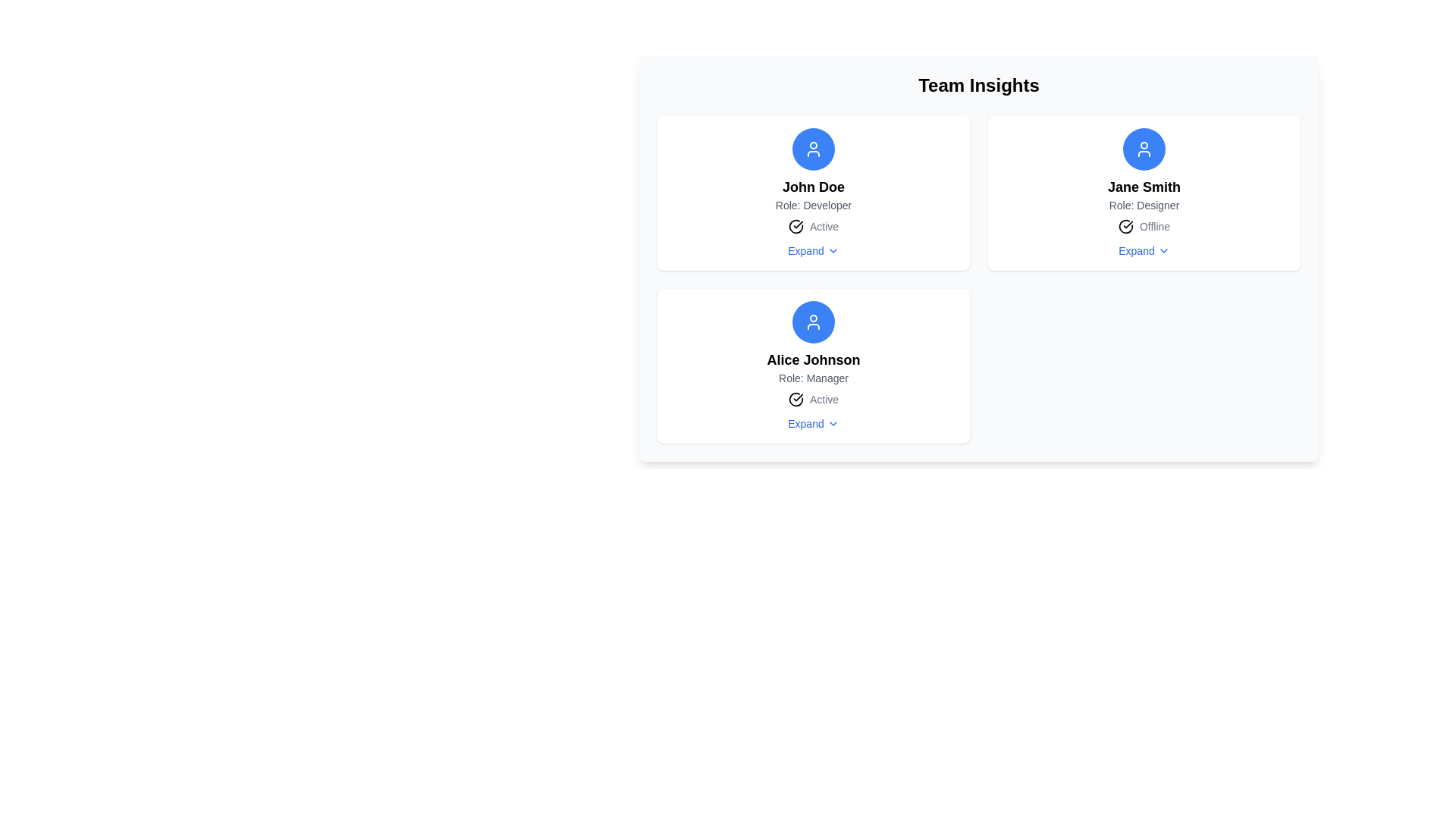 This screenshot has width=1456, height=819. Describe the element at coordinates (812, 186) in the screenshot. I see `the text label displaying 'John Doe', which is styled in bold and positioned centrally under a blue circular icon` at that location.